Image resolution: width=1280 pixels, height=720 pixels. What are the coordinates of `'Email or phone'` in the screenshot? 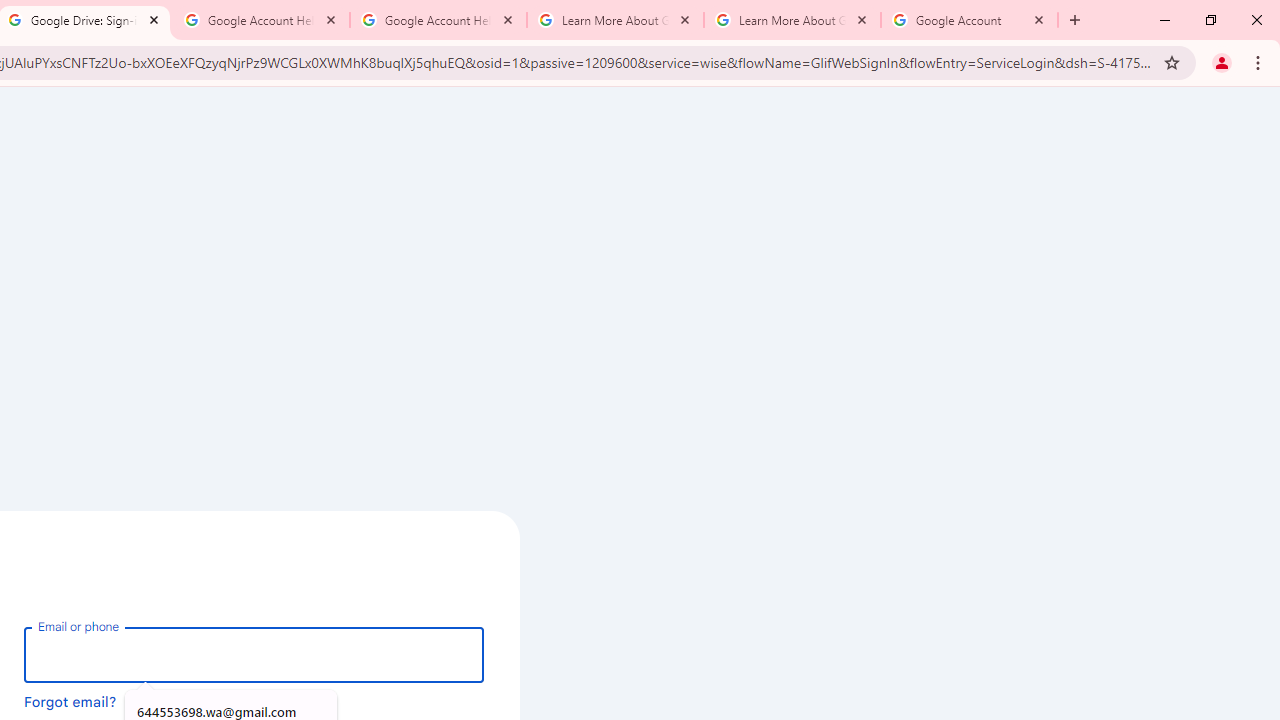 It's located at (253, 654).